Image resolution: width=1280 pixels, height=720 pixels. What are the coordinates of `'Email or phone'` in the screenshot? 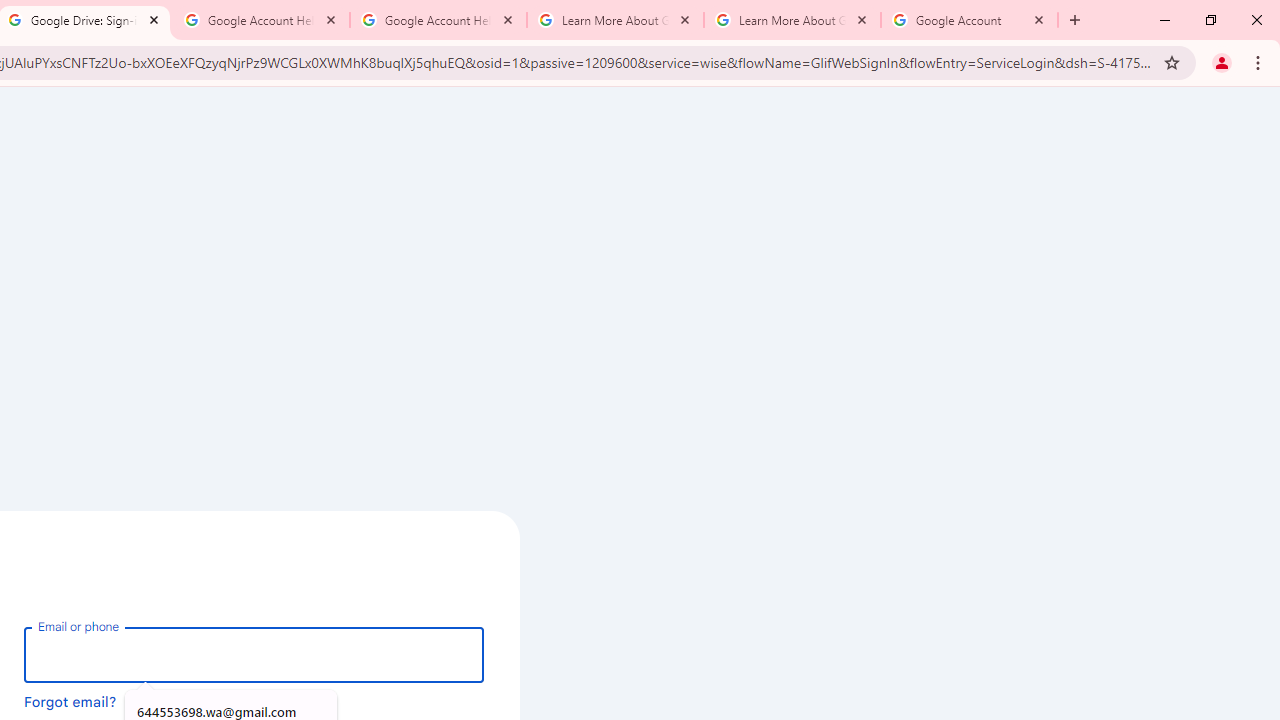 It's located at (253, 654).